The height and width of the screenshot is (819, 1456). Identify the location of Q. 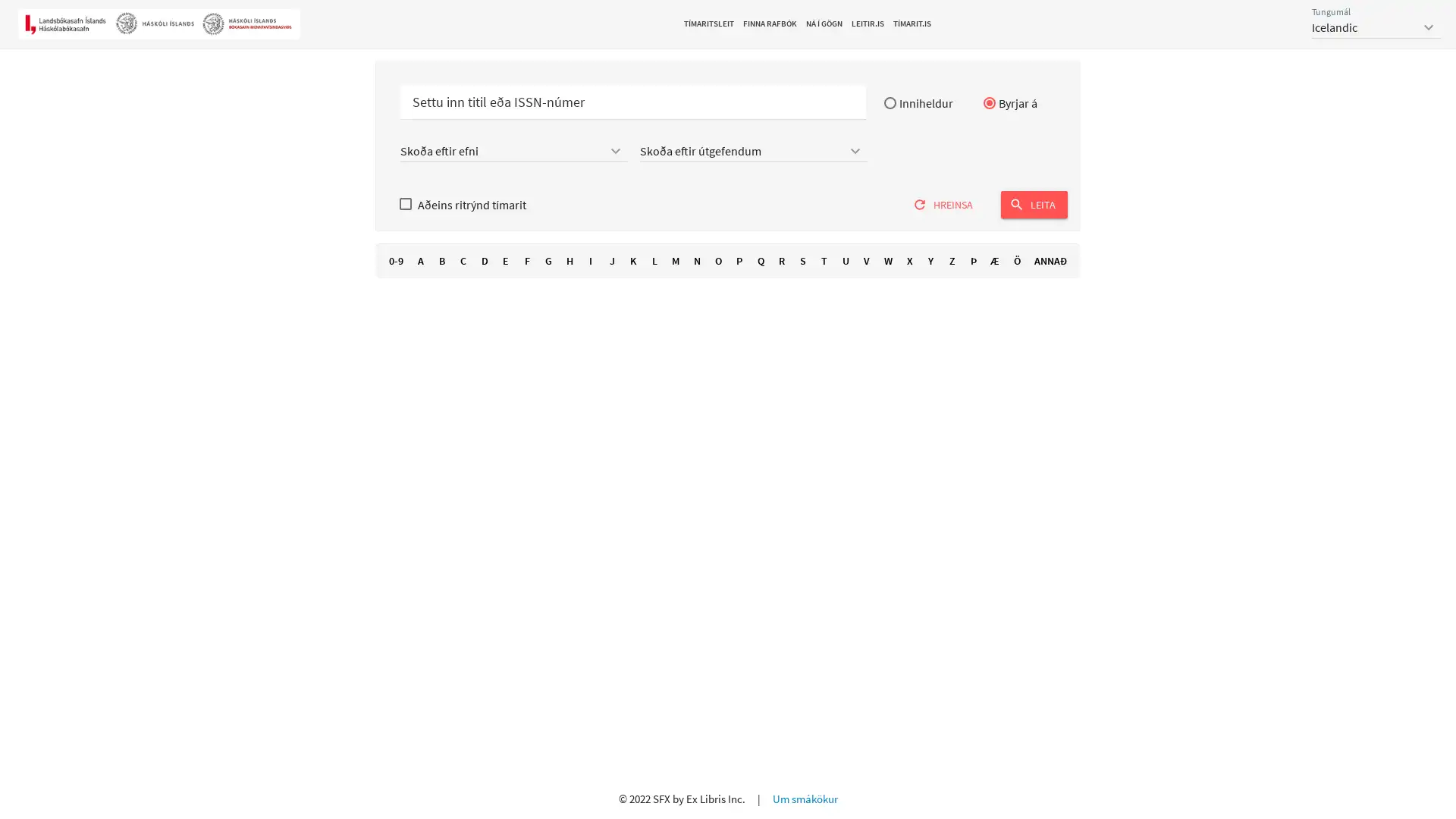
(761, 259).